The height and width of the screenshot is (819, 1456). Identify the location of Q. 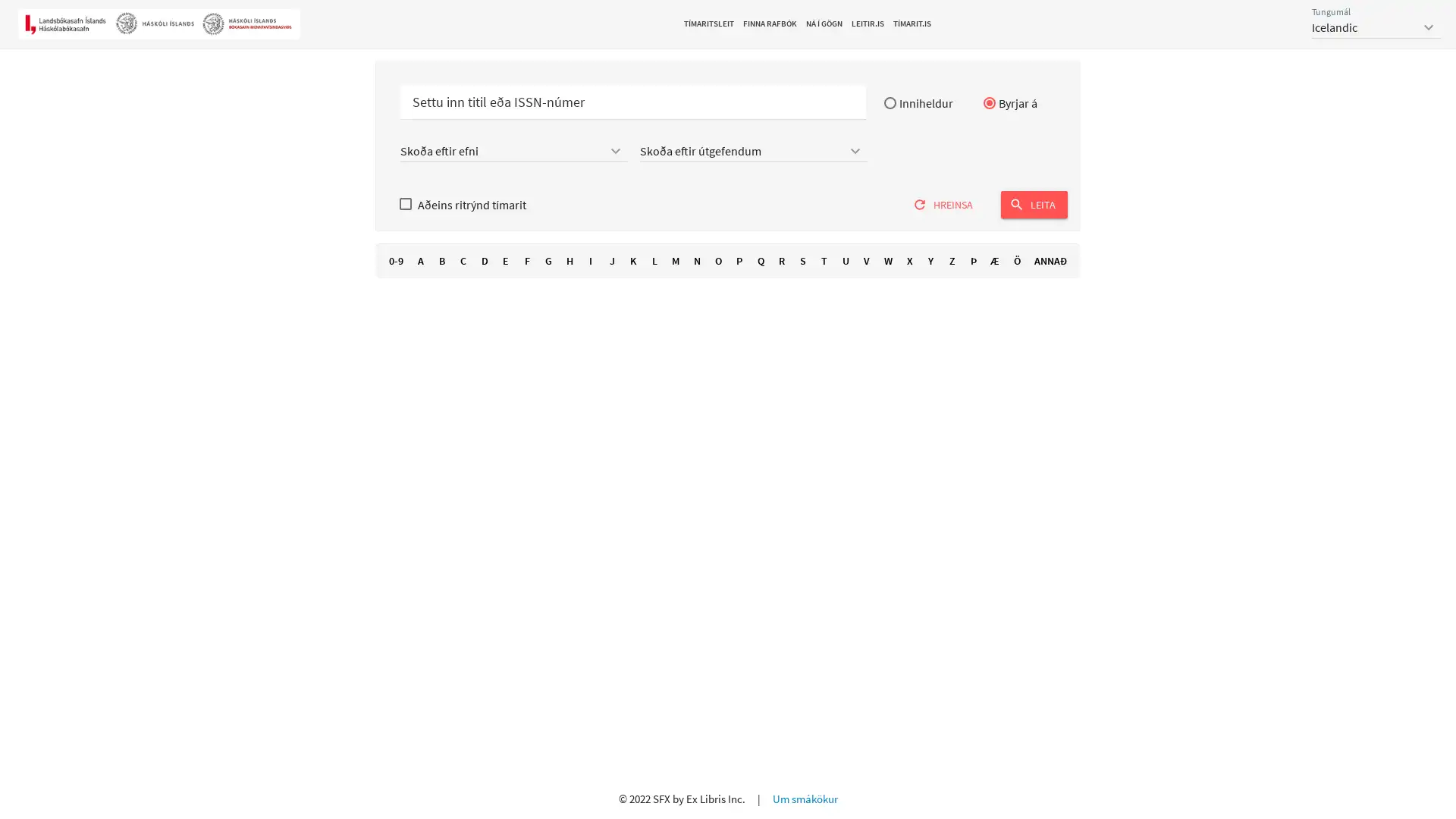
(761, 259).